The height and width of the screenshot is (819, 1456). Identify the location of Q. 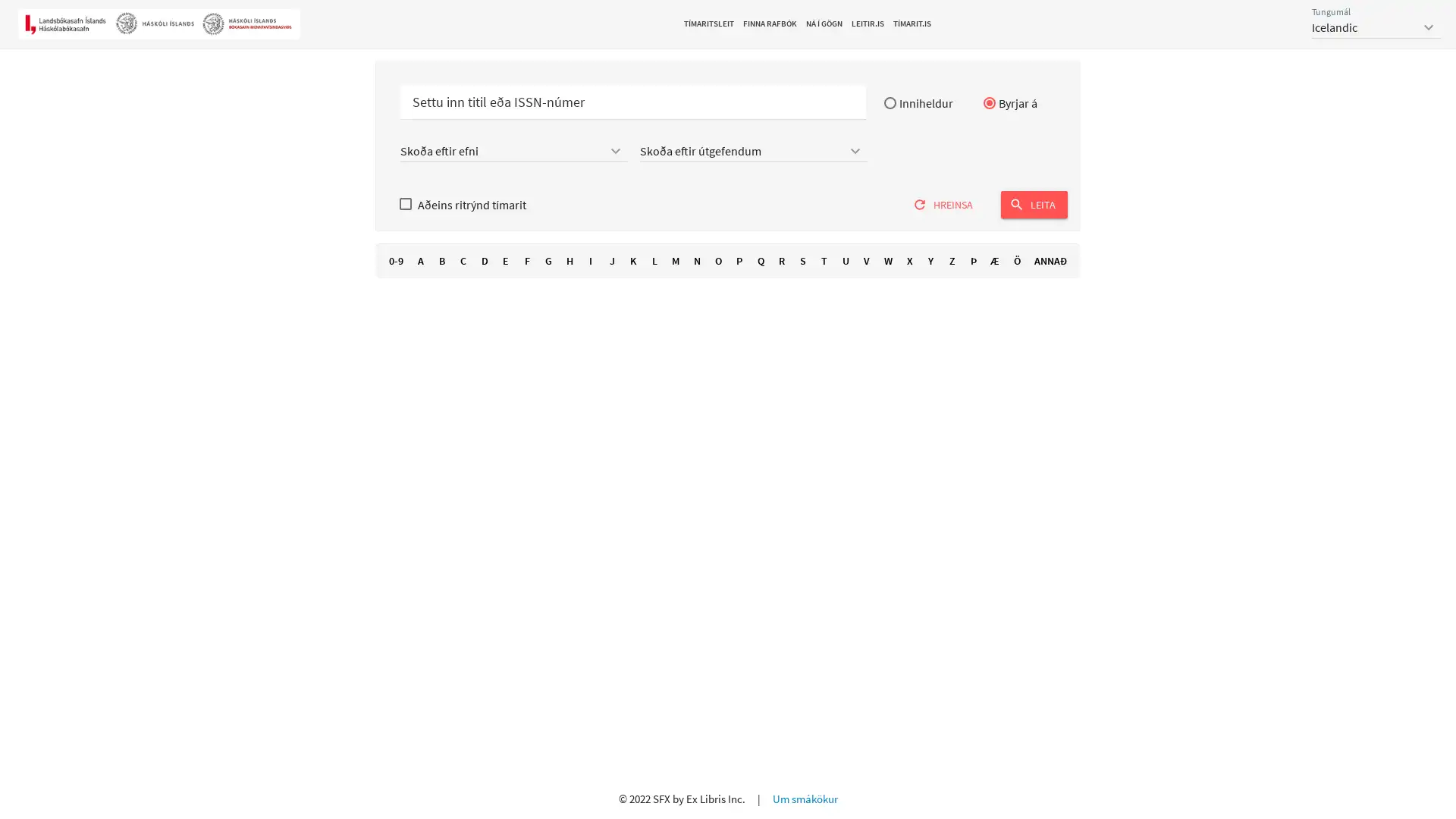
(761, 259).